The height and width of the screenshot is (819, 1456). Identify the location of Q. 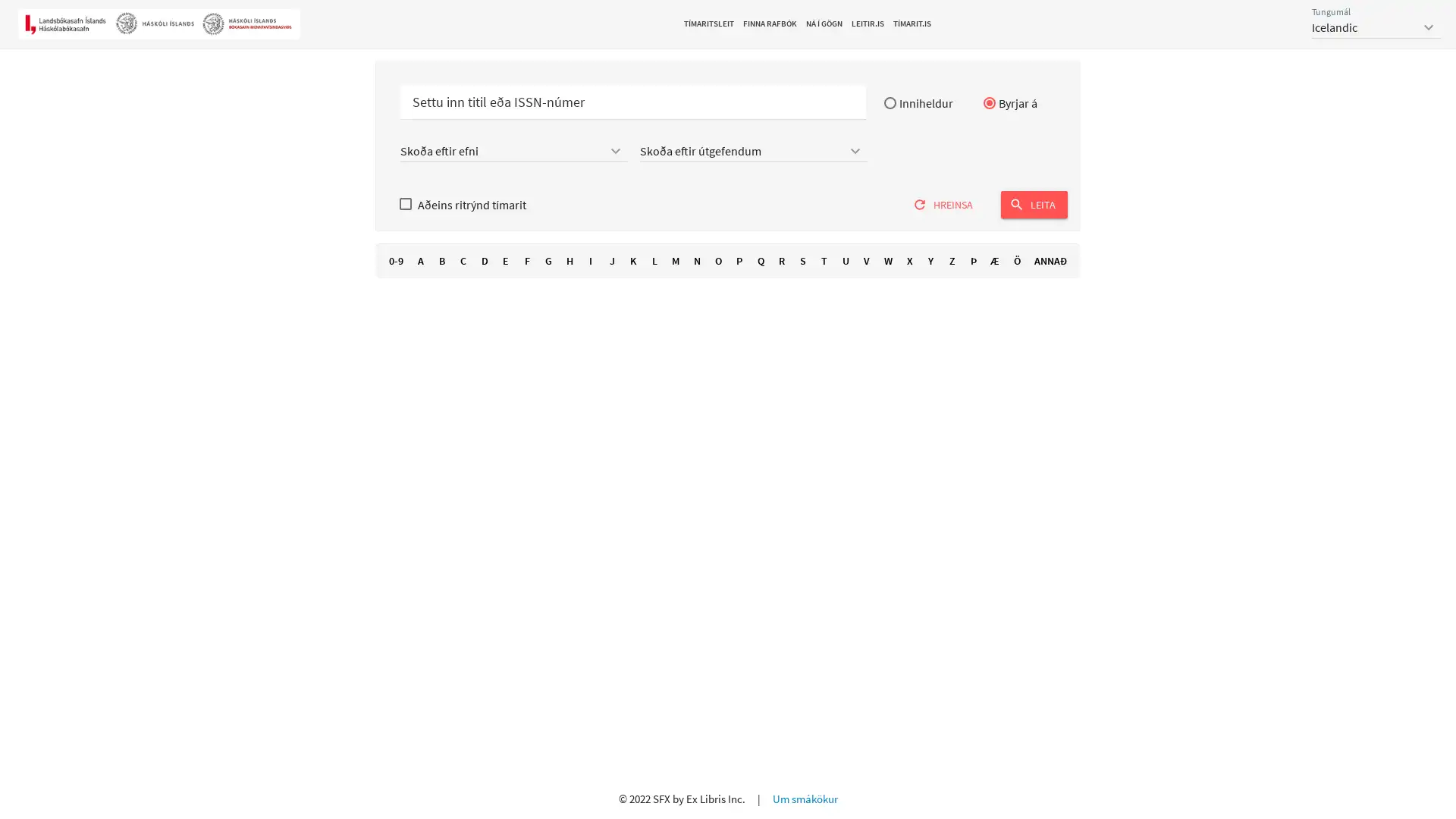
(761, 259).